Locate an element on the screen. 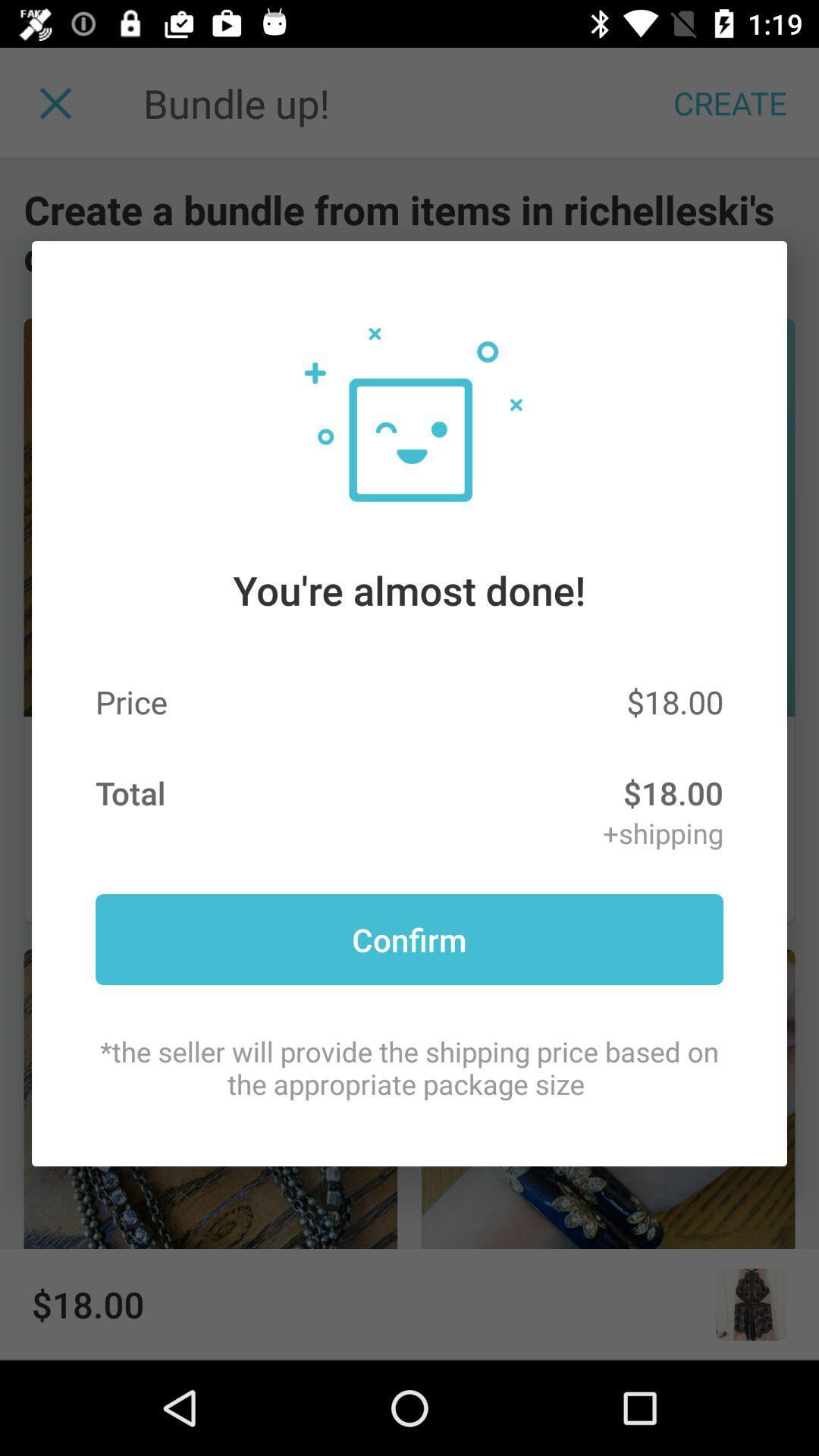 The height and width of the screenshot is (1456, 819). confirm item is located at coordinates (409, 938).